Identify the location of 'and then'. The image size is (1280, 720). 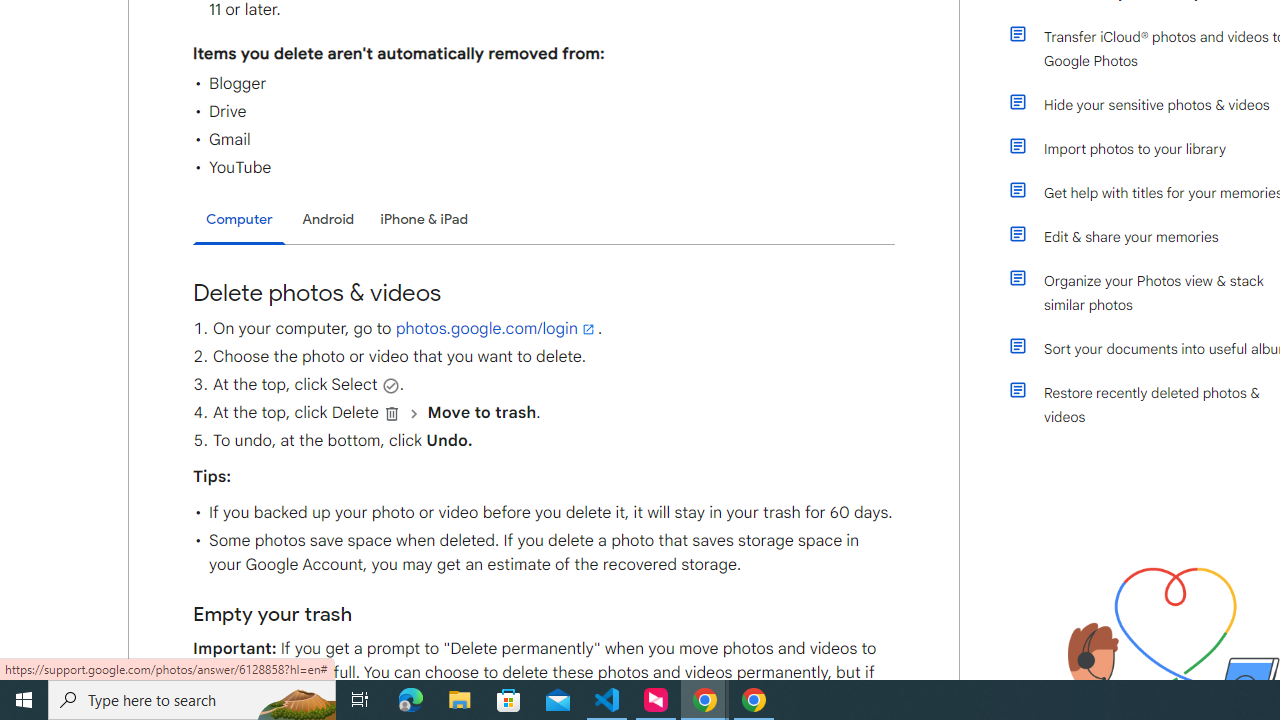
(413, 412).